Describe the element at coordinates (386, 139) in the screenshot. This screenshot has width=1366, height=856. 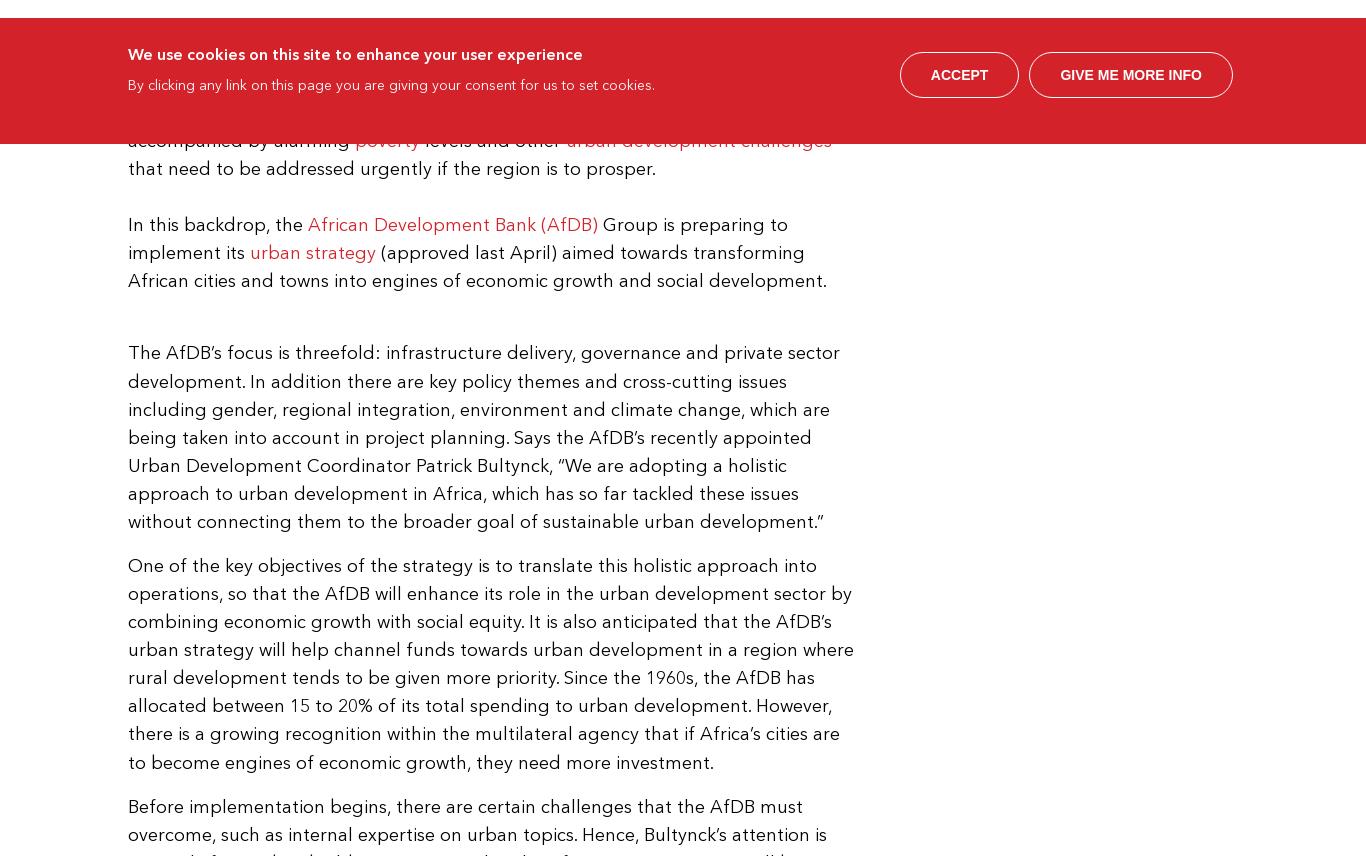
I see `'poverty'` at that location.